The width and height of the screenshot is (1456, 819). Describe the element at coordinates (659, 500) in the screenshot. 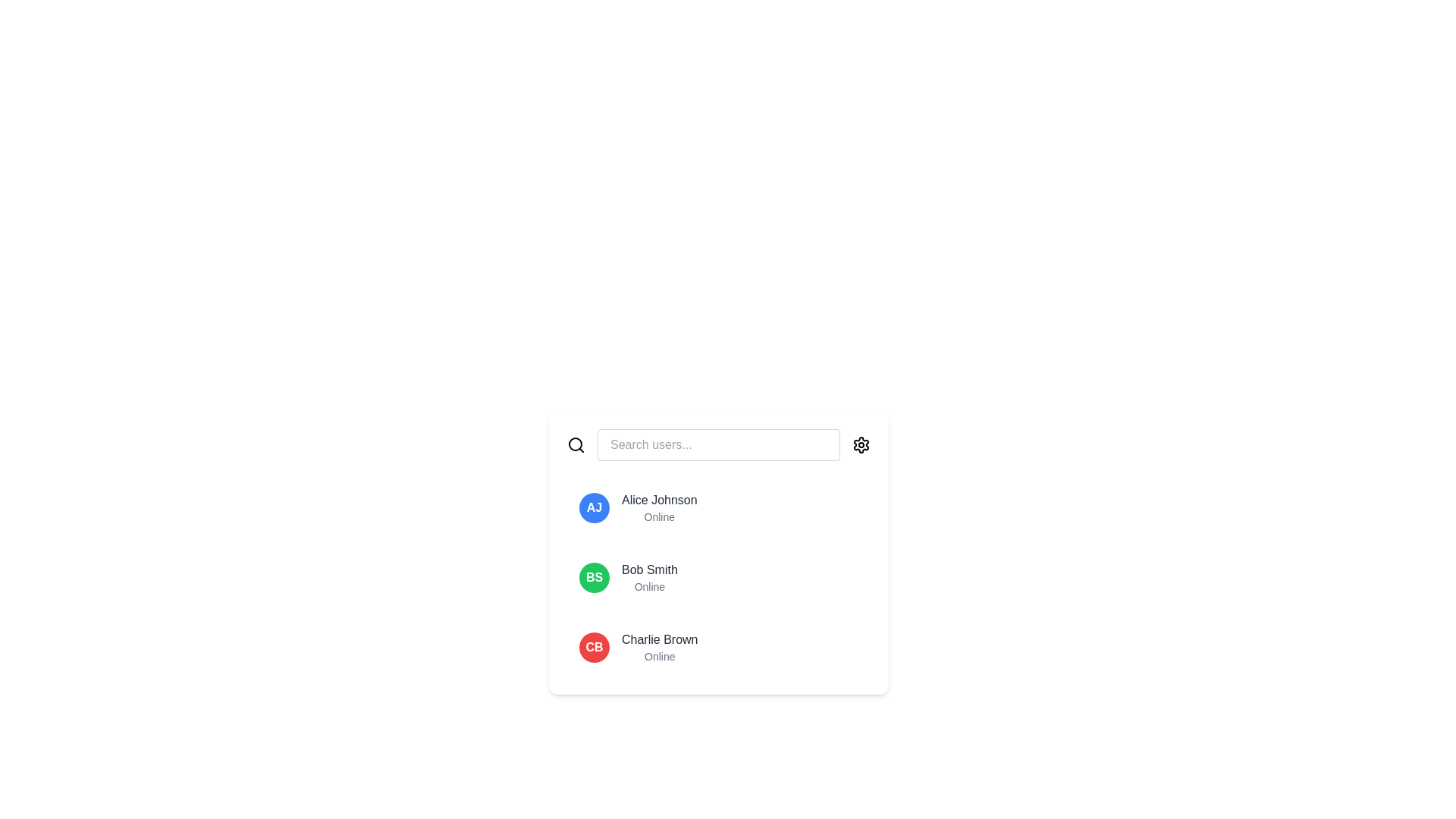

I see `the text label displaying the name 'Alice Johnson'` at that location.